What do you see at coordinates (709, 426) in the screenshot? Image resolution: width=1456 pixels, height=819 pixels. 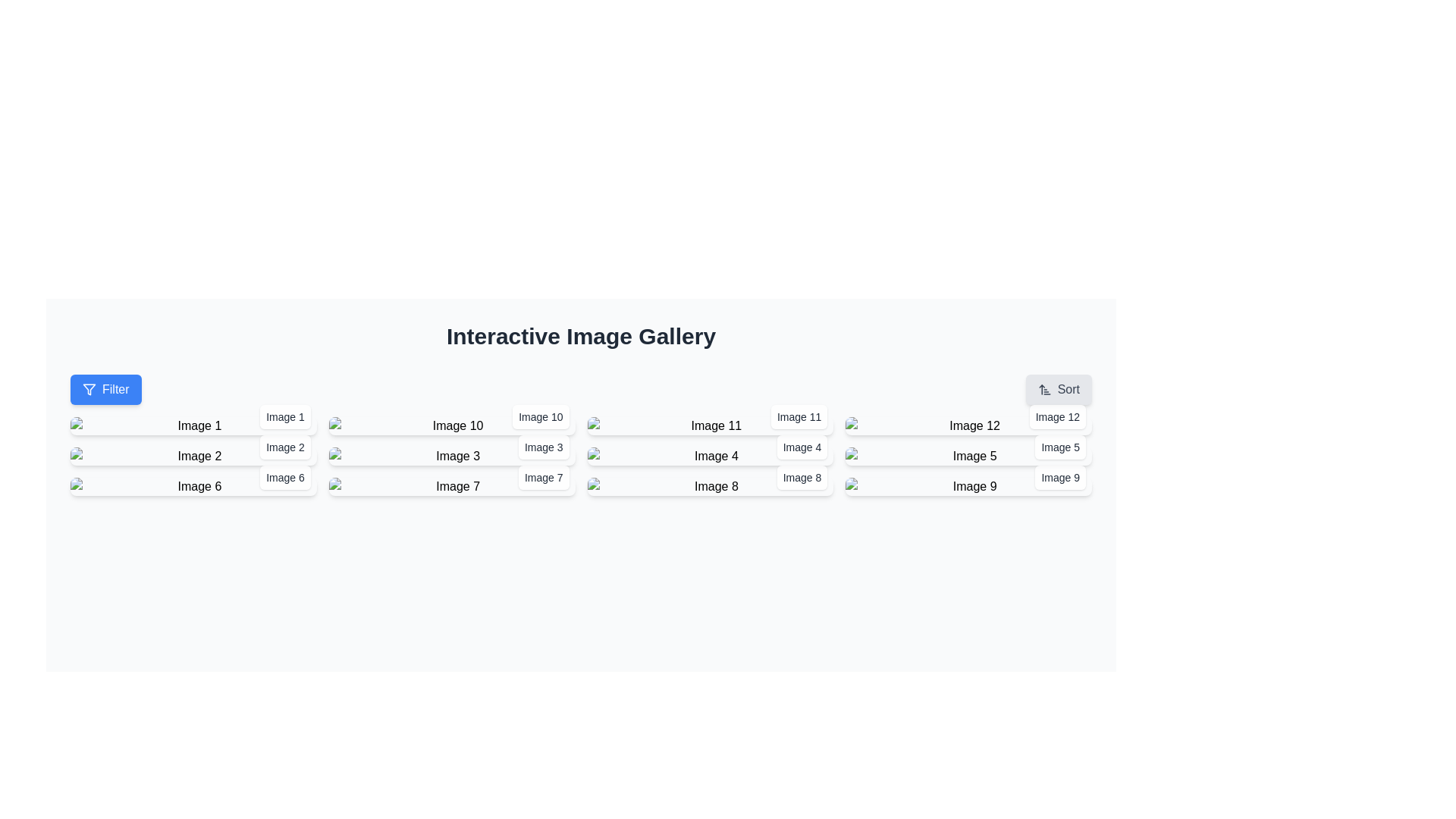 I see `the 'Image 11' card` at bounding box center [709, 426].